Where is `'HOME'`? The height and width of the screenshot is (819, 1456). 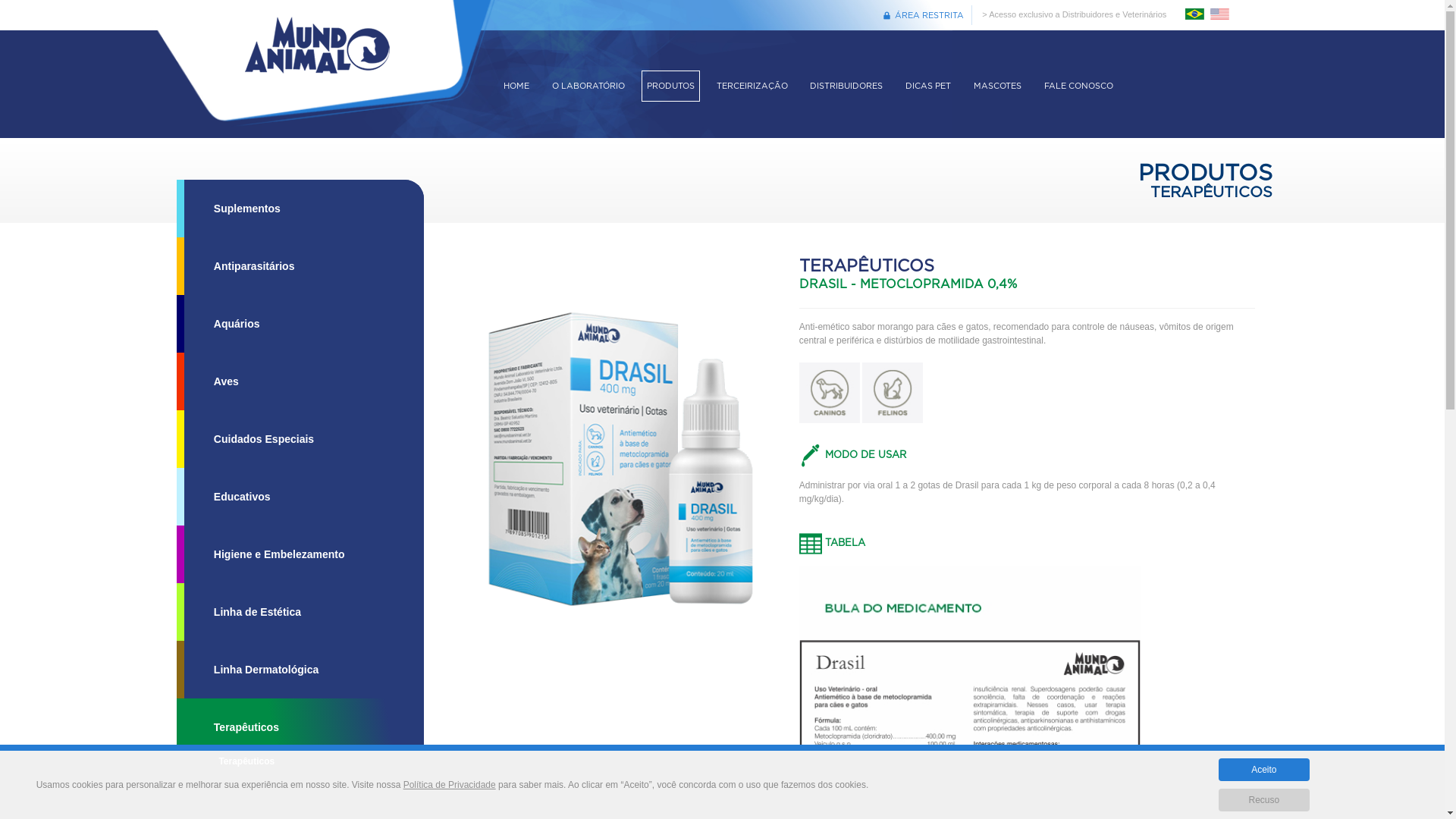 'HOME' is located at coordinates (516, 86).